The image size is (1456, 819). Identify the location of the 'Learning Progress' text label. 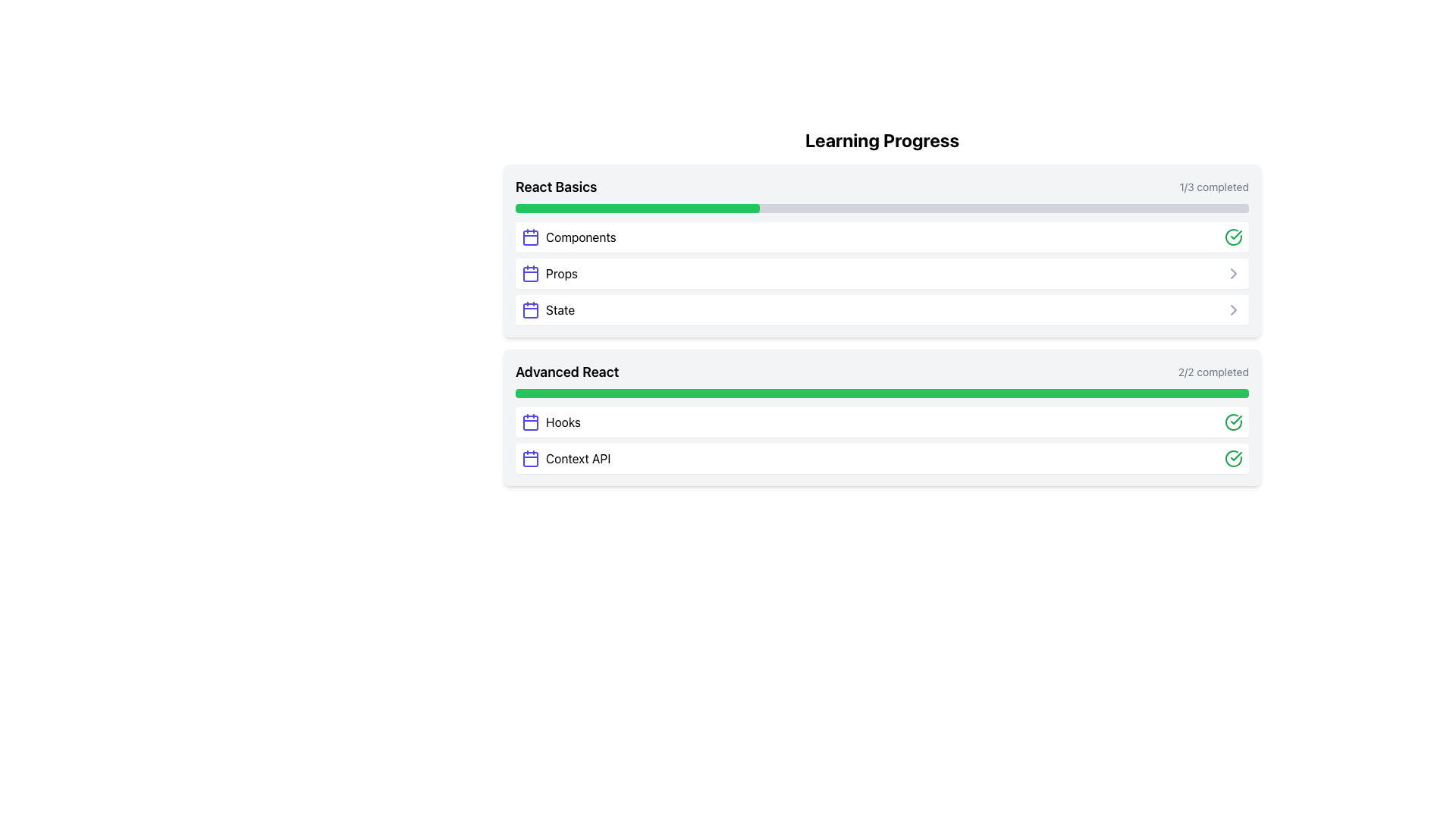
(882, 140).